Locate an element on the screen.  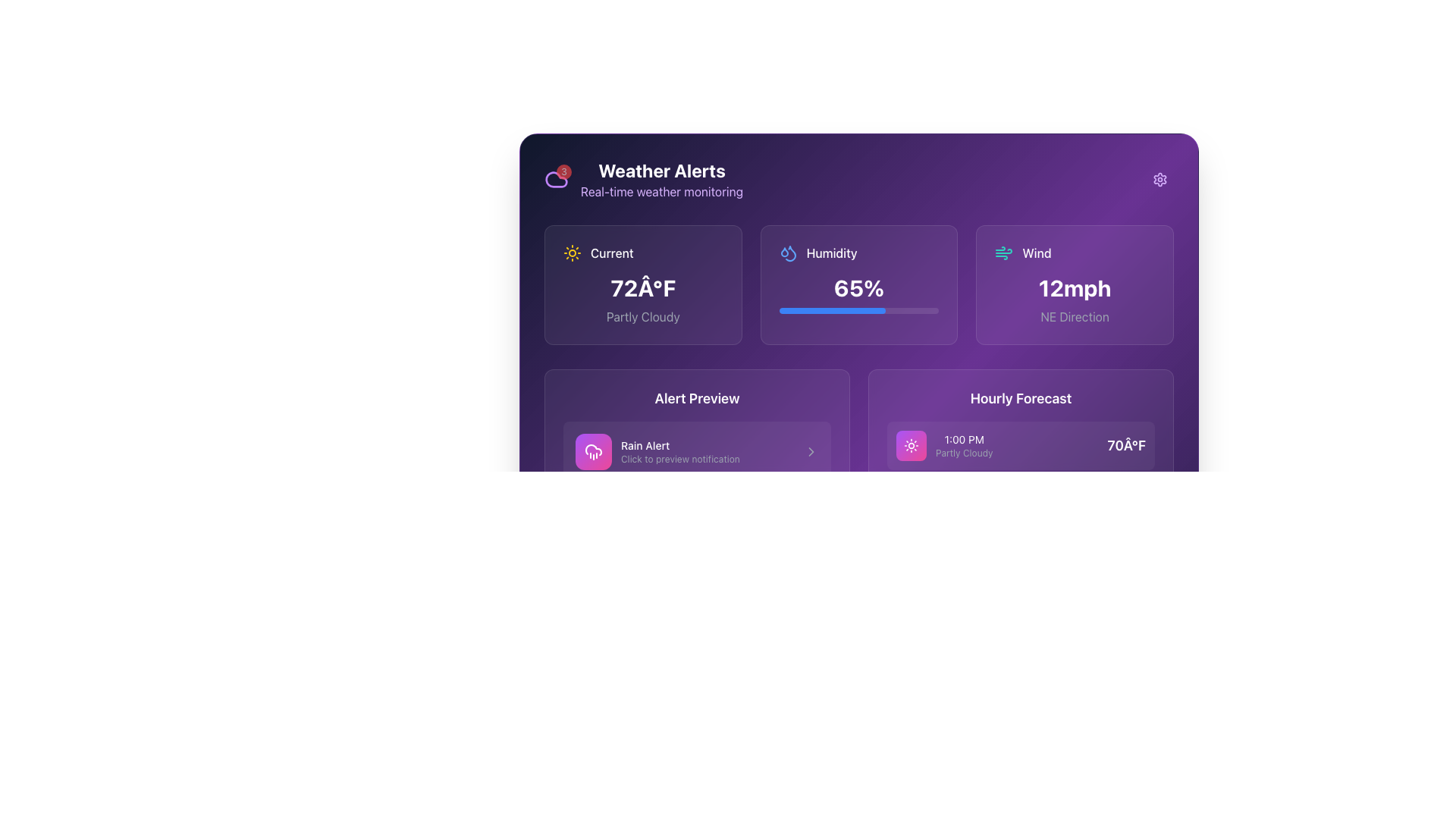
the wind speed indicator graphic located in the 'Wind' informational box in the top-right quadrant of the interface, which is visually represented as a wave component between two similar graphics is located at coordinates (1004, 250).